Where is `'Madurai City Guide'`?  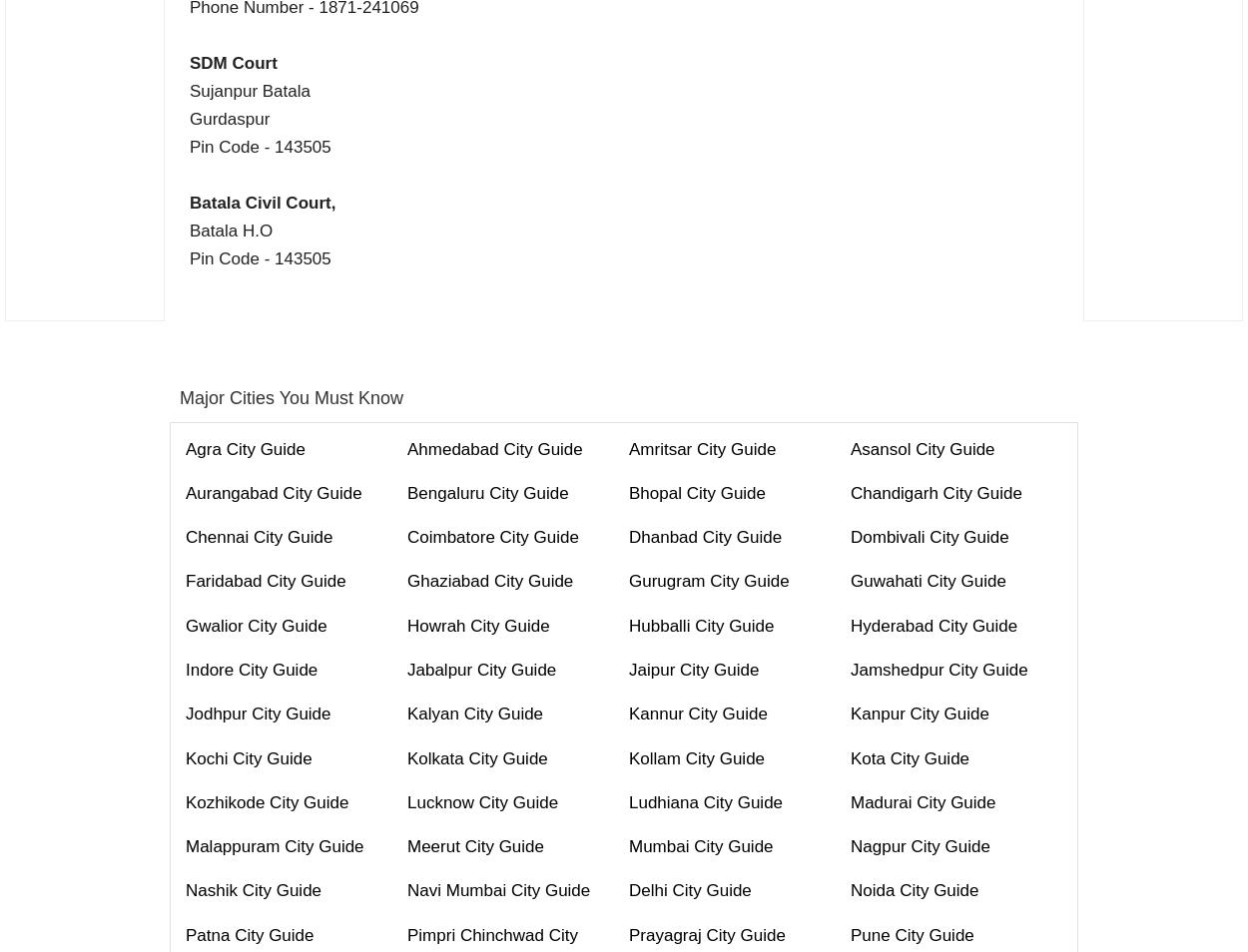
'Madurai City Guide' is located at coordinates (850, 801).